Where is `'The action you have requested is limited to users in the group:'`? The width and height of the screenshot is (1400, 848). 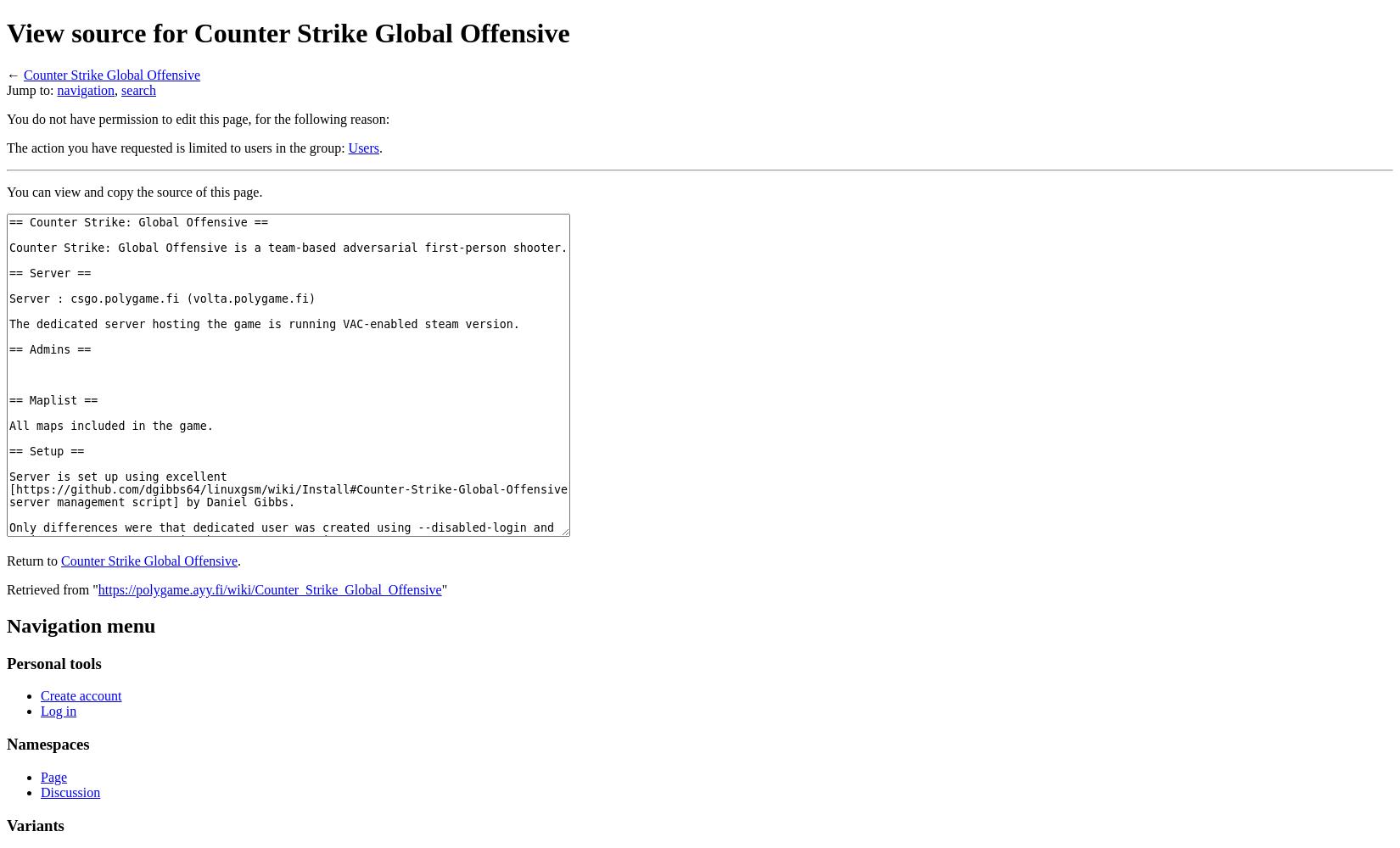 'The action you have requested is limited to users in the group:' is located at coordinates (177, 147).